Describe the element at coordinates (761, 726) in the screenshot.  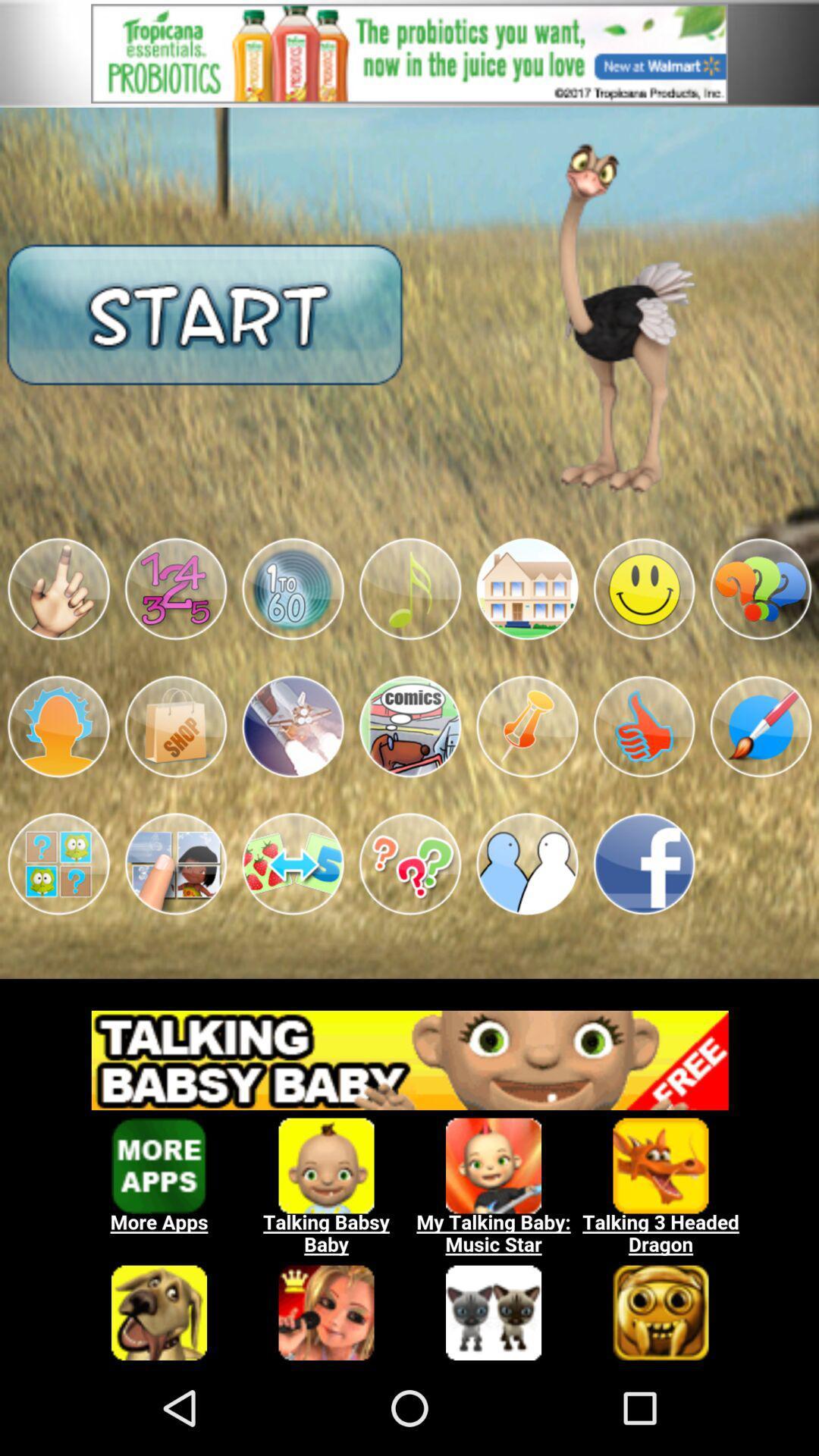
I see `paint` at that location.